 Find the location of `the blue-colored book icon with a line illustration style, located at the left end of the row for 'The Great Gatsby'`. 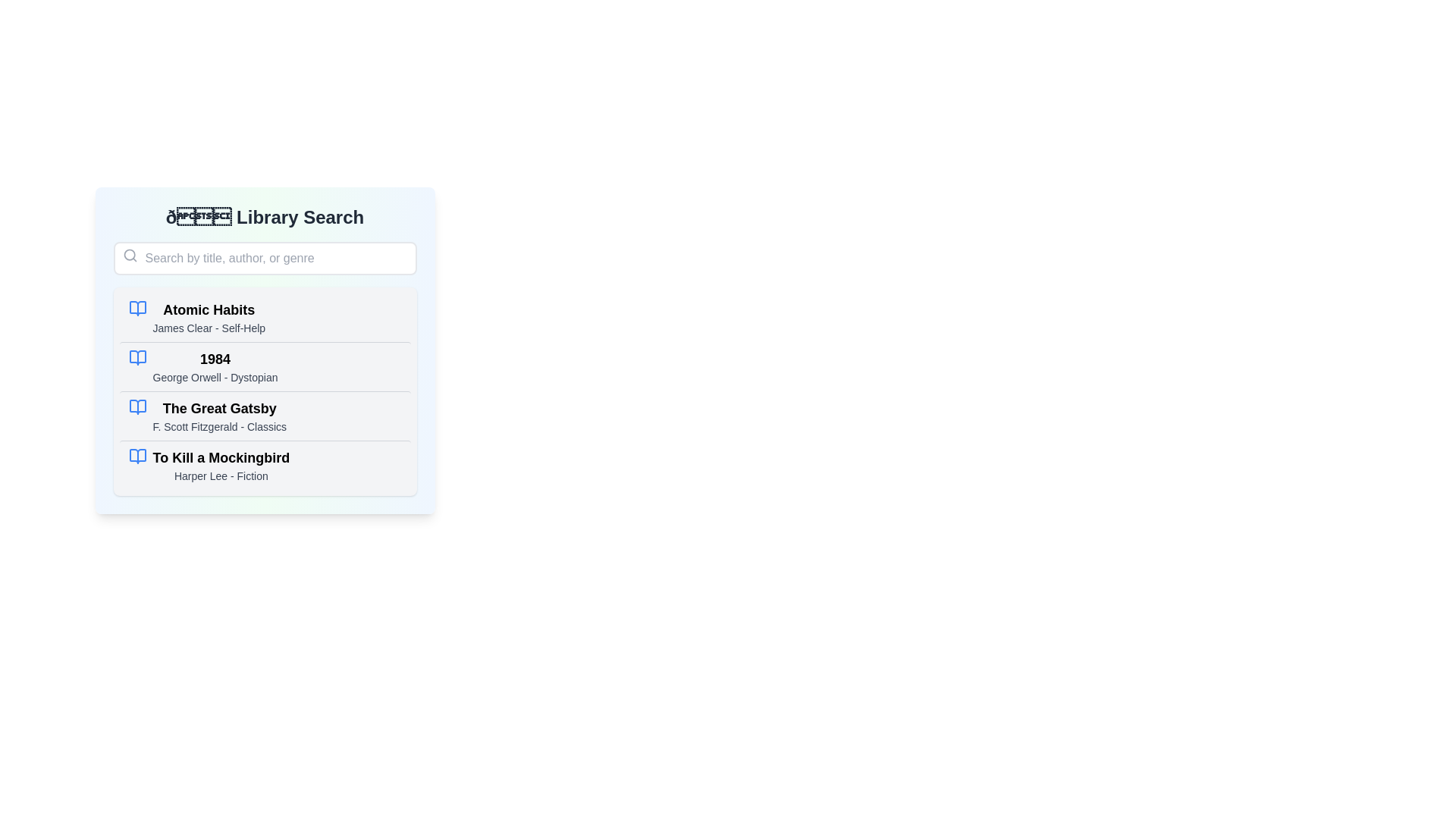

the blue-colored book icon with a line illustration style, located at the left end of the row for 'The Great Gatsby' is located at coordinates (137, 406).